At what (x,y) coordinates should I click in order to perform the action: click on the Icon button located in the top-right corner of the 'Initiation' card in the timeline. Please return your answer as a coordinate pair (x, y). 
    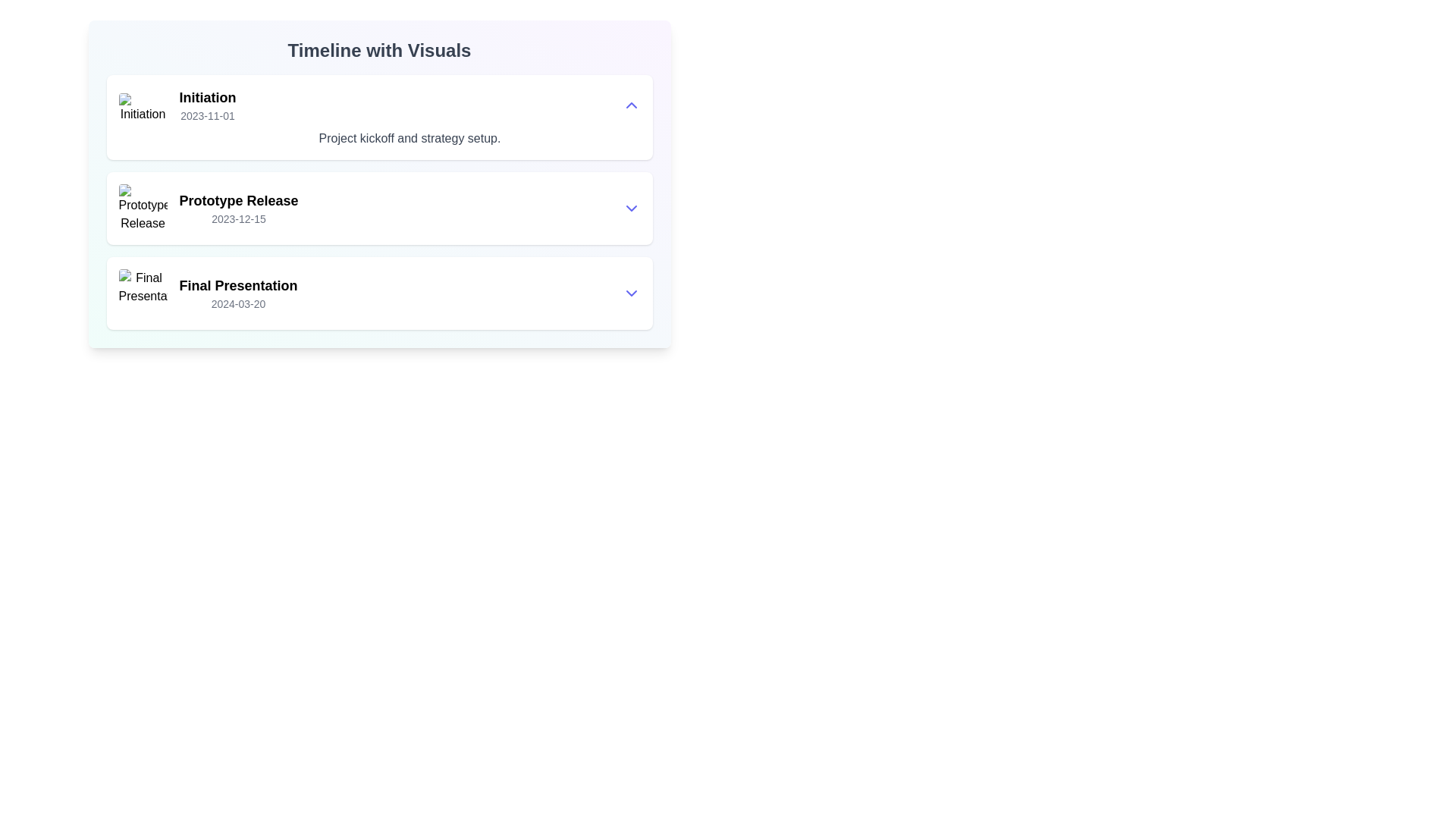
    Looking at the image, I should click on (631, 104).